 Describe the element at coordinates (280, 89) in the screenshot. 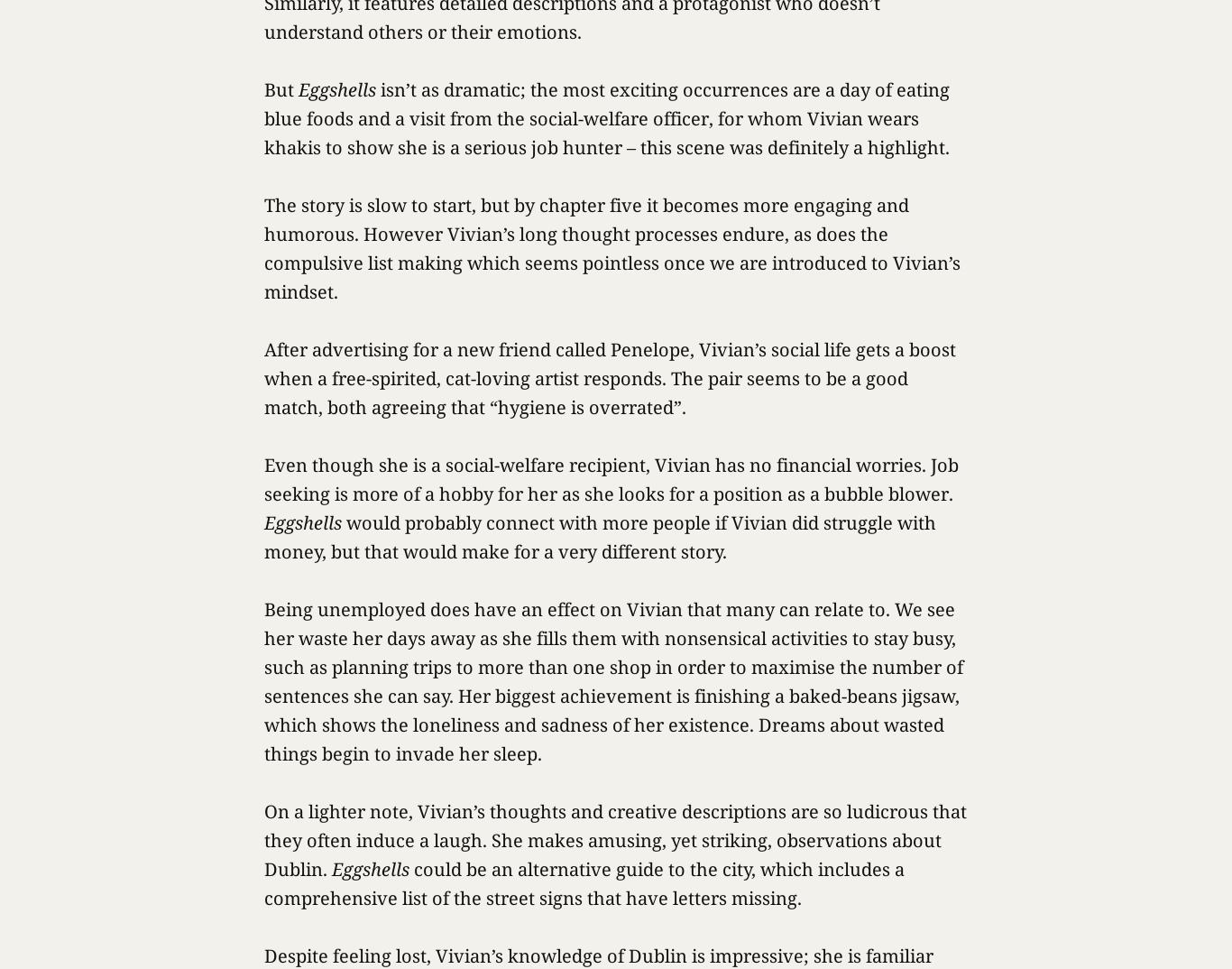

I see `'But'` at that location.